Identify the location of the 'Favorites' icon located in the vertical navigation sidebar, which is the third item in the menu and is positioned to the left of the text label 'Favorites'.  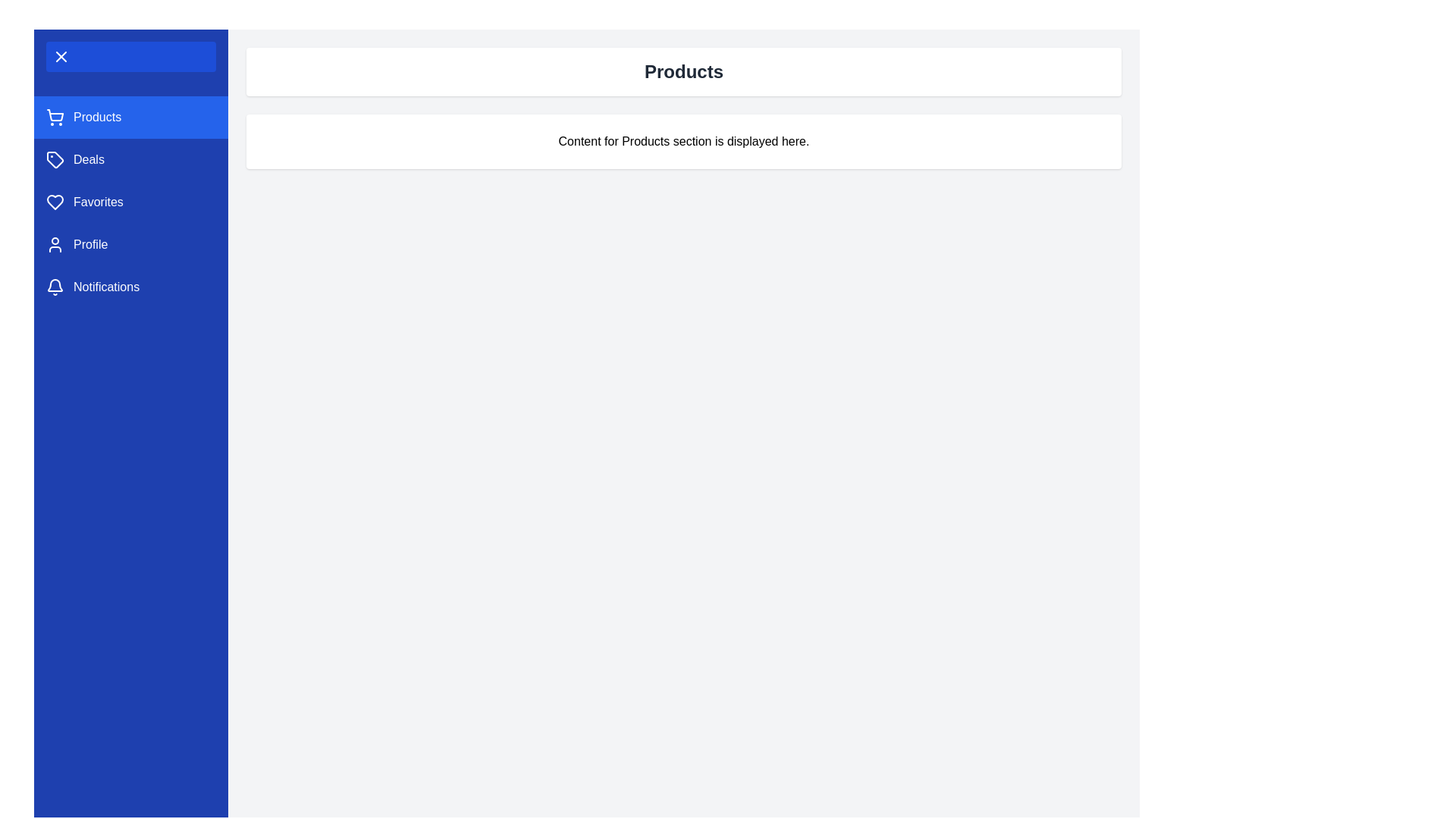
(55, 201).